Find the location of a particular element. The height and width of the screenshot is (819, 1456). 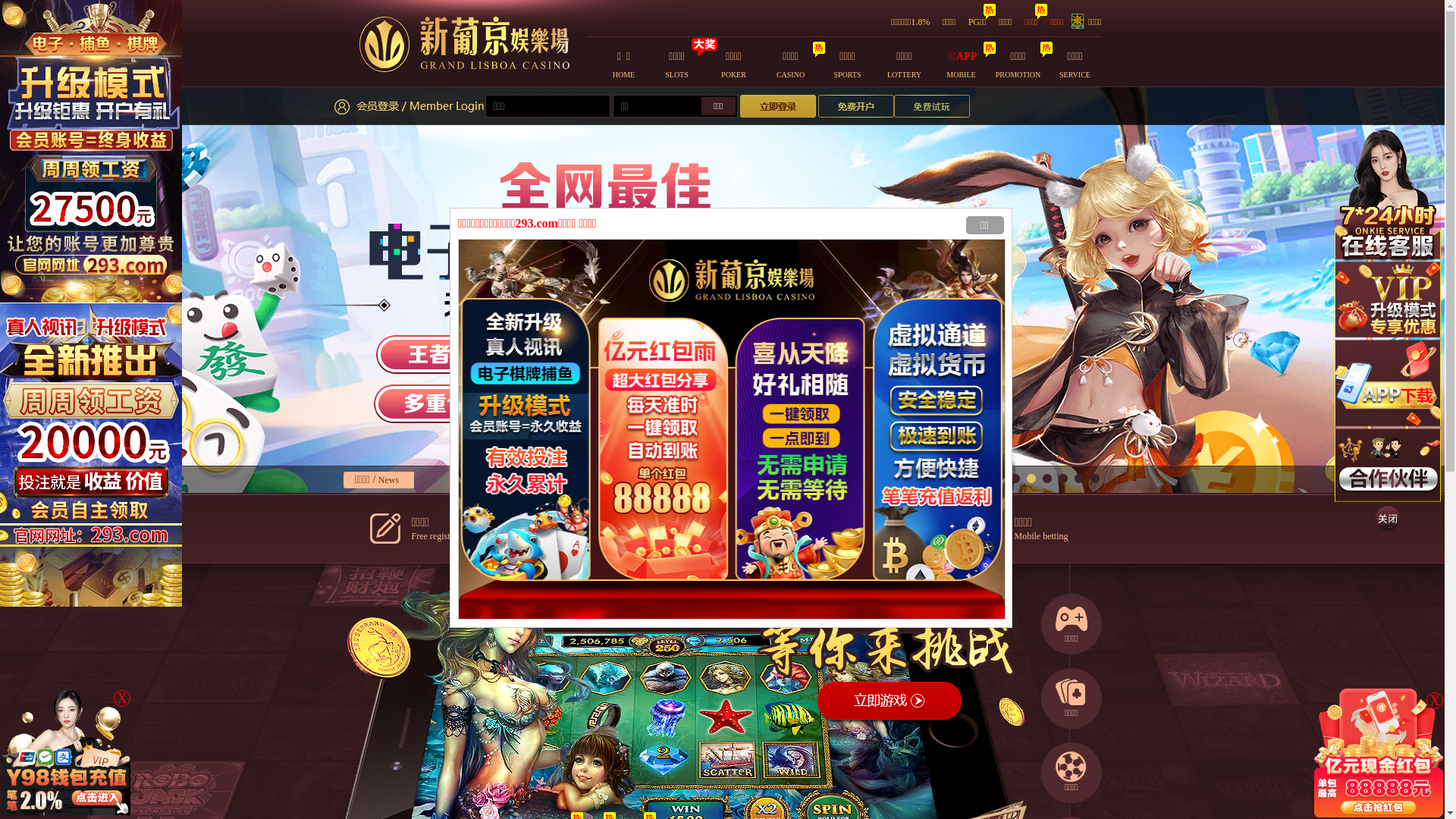

'X' is located at coordinates (1433, 701).